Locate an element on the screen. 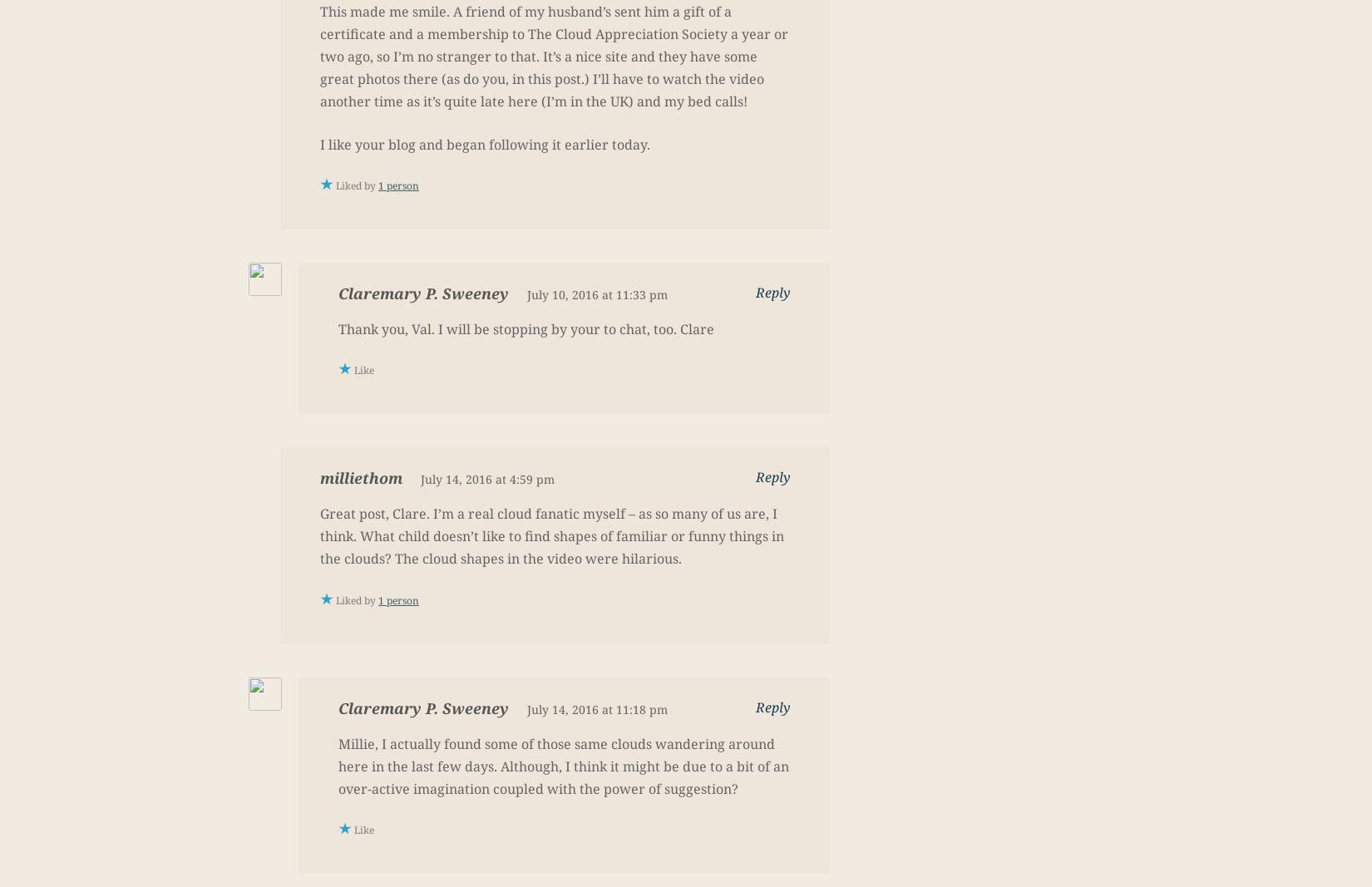 This screenshot has height=887, width=1372. 'Thank you, Val. I will be stopping by your to chat, too.    Clare' is located at coordinates (525, 328).